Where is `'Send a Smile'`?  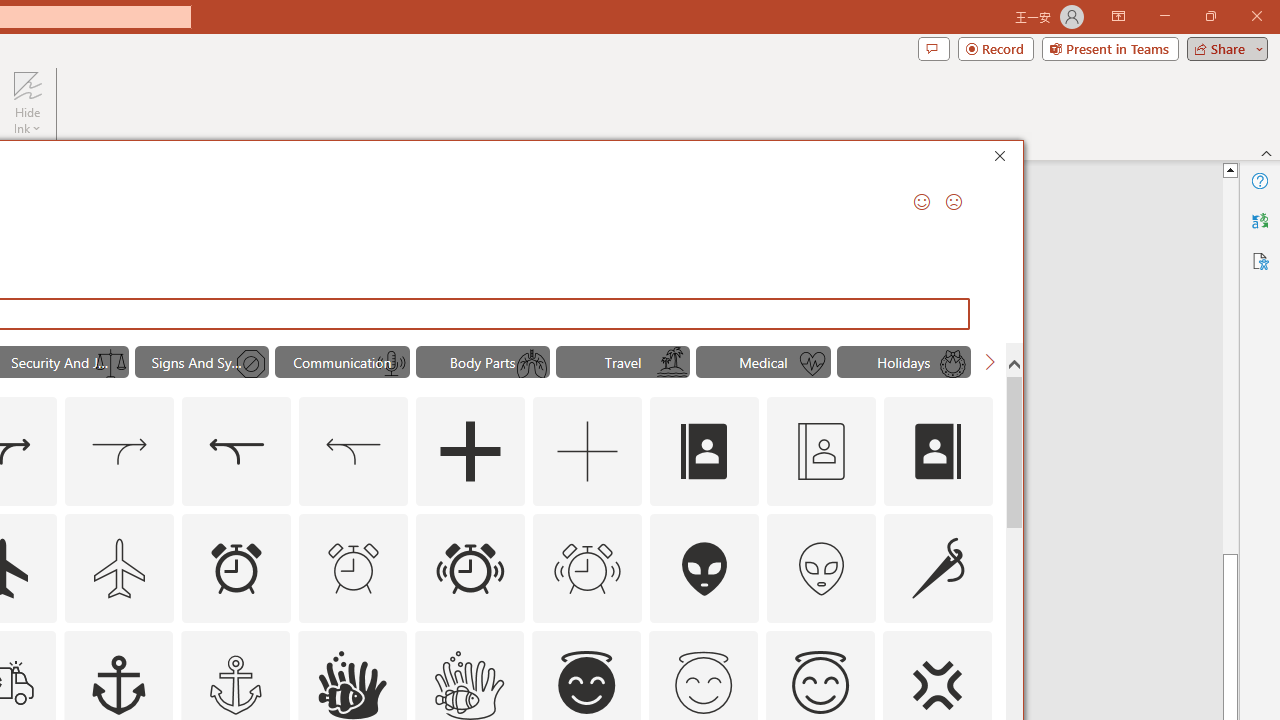 'Send a Smile' is located at coordinates (921, 201).